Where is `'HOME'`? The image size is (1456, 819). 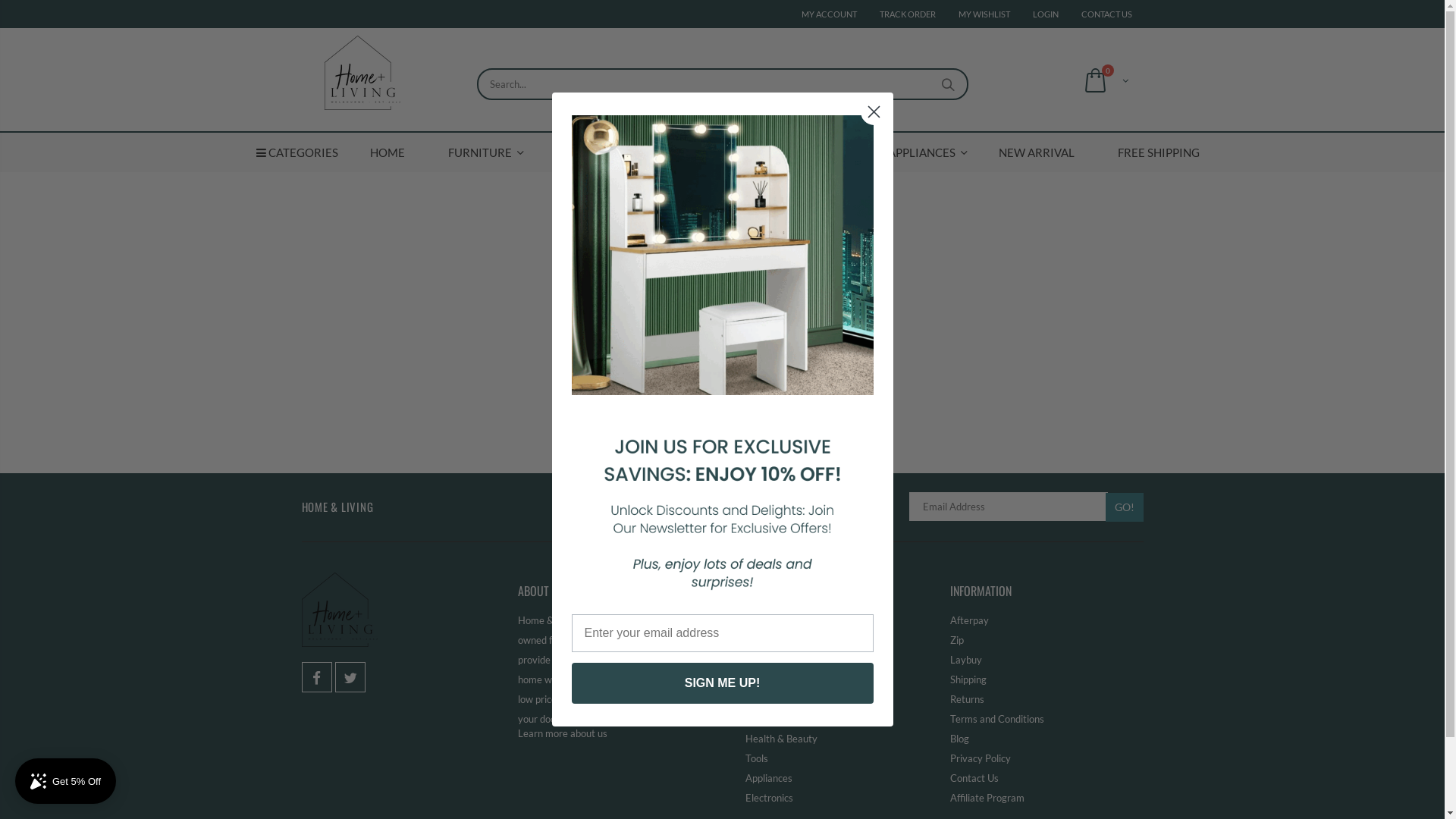
'HOME' is located at coordinates (387, 152).